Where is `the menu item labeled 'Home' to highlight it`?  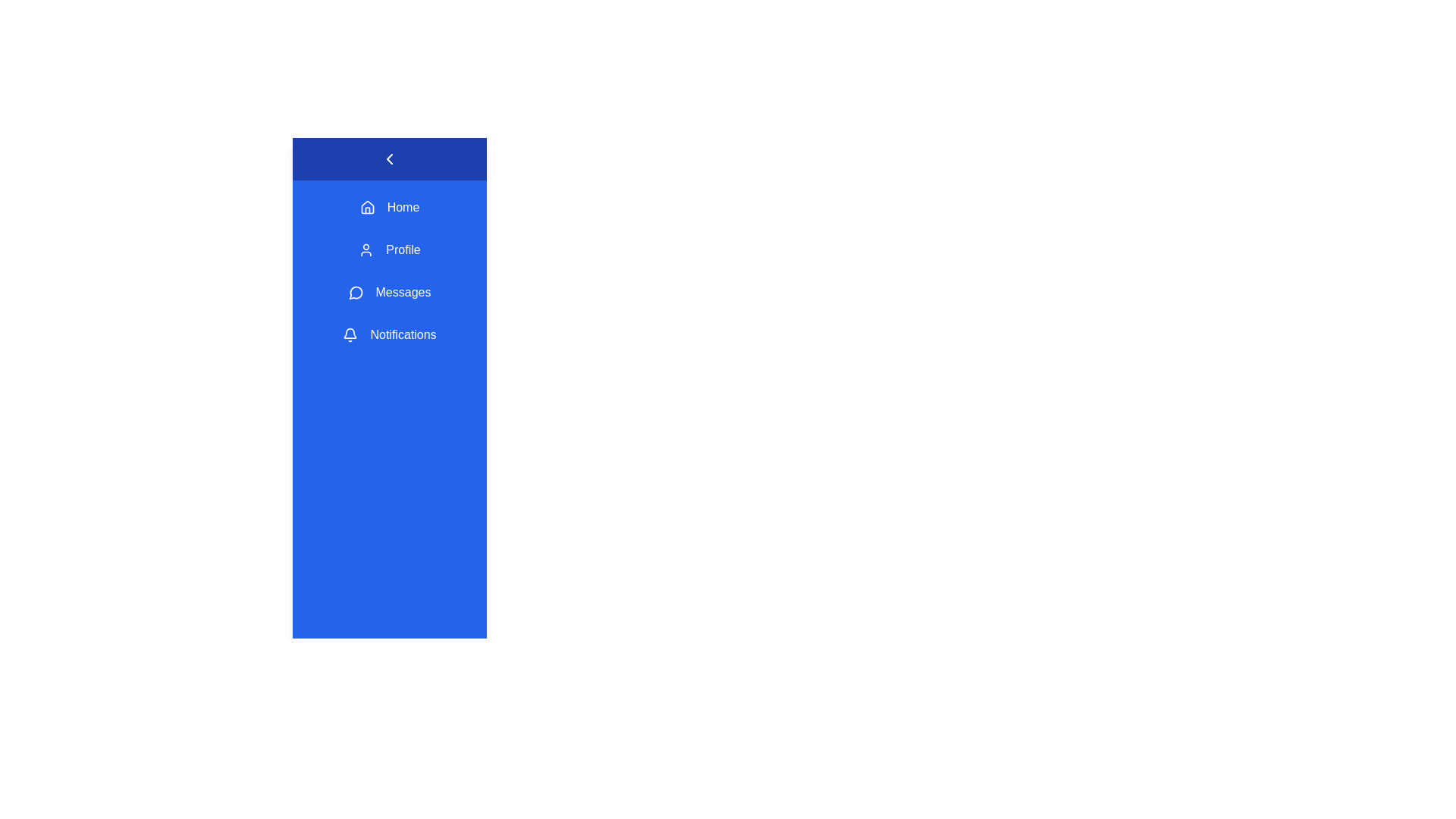
the menu item labeled 'Home' to highlight it is located at coordinates (389, 207).